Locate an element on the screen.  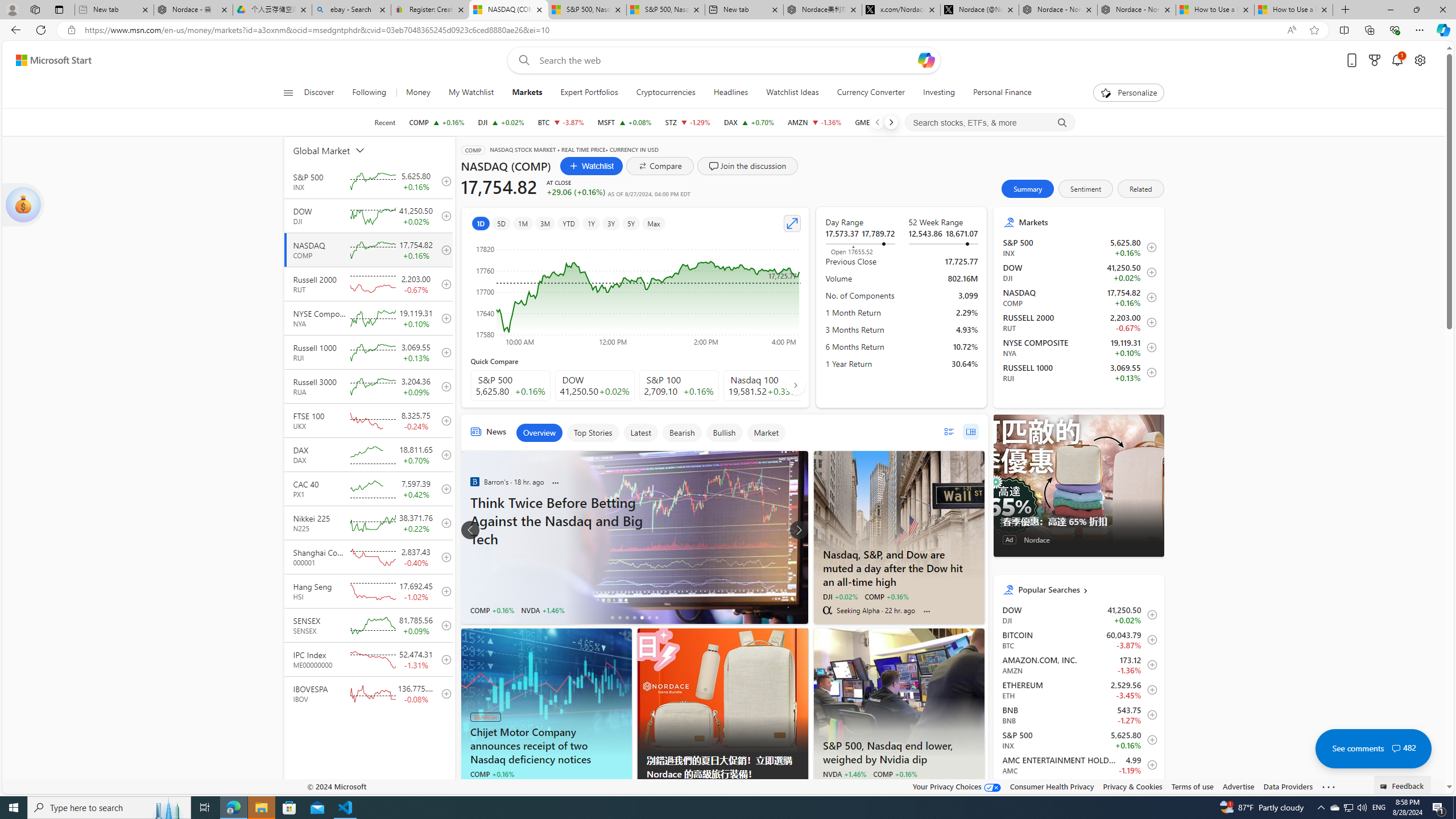
'Nordace (@NordaceOfficial) / X' is located at coordinates (979, 9).